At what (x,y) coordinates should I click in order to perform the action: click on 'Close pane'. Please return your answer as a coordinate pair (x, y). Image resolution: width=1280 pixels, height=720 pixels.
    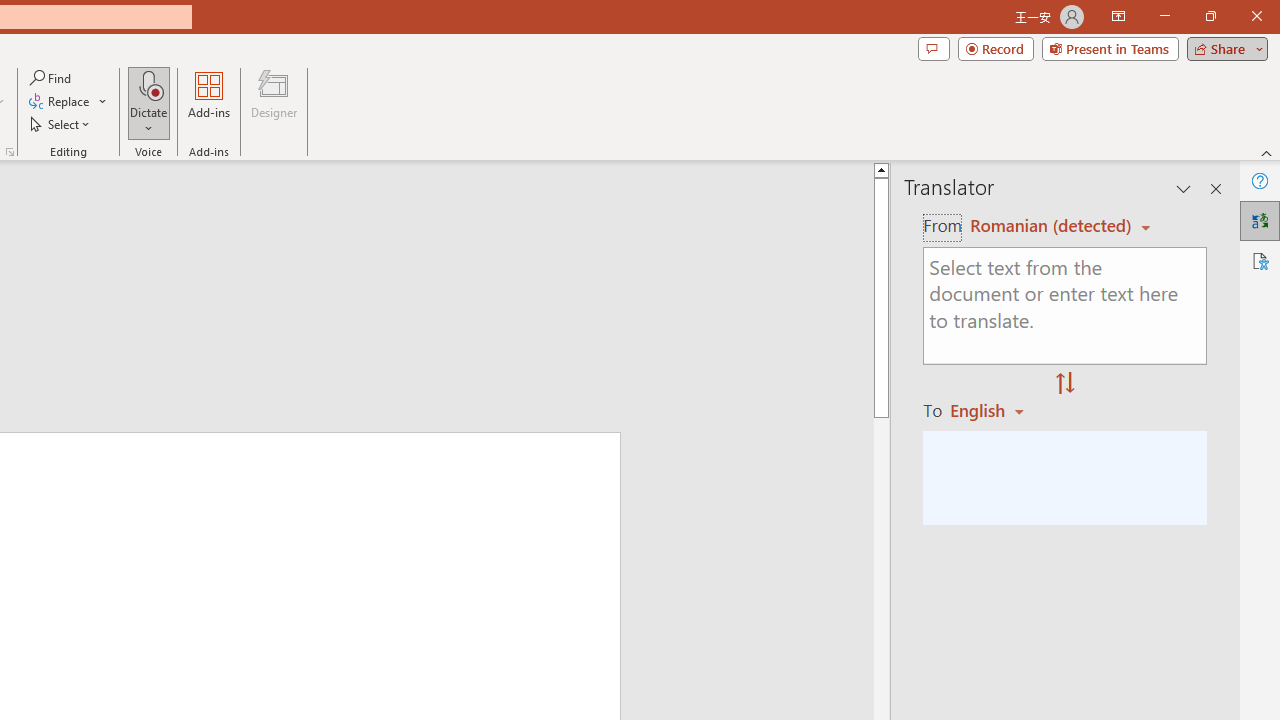
    Looking at the image, I should click on (1215, 189).